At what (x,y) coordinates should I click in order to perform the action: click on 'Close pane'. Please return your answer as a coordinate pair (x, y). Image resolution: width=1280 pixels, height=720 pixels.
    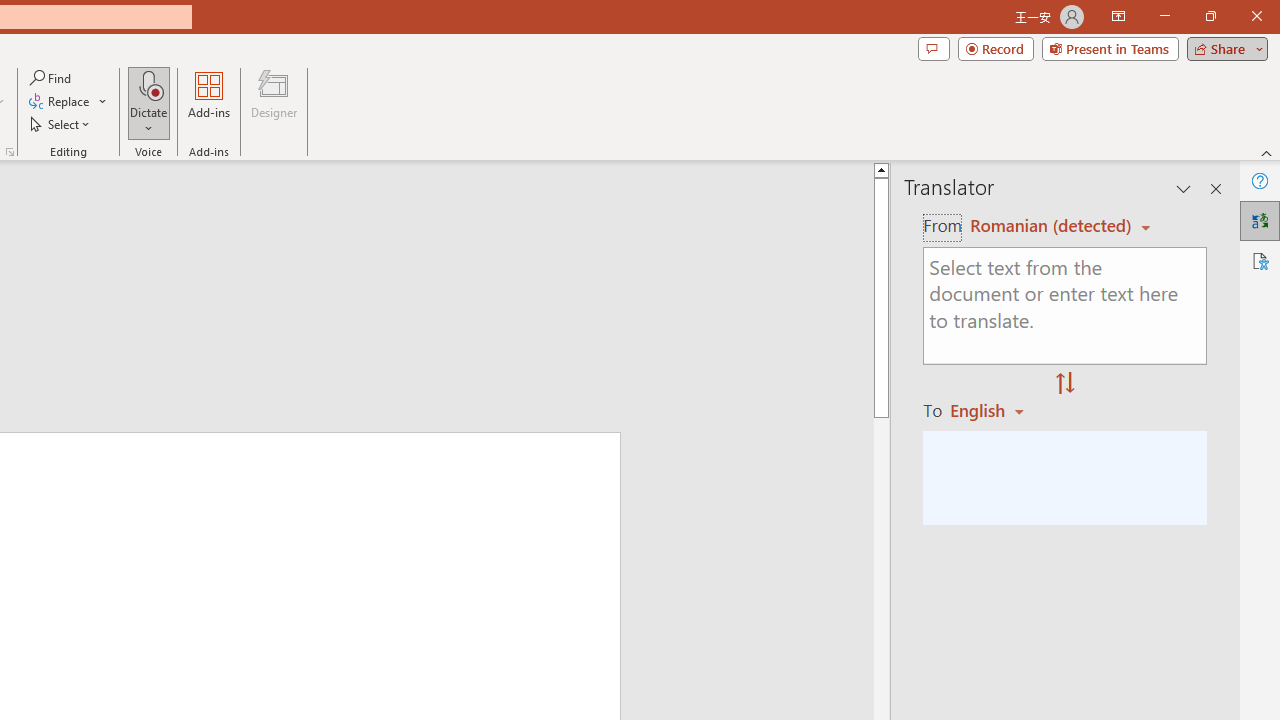
    Looking at the image, I should click on (1215, 189).